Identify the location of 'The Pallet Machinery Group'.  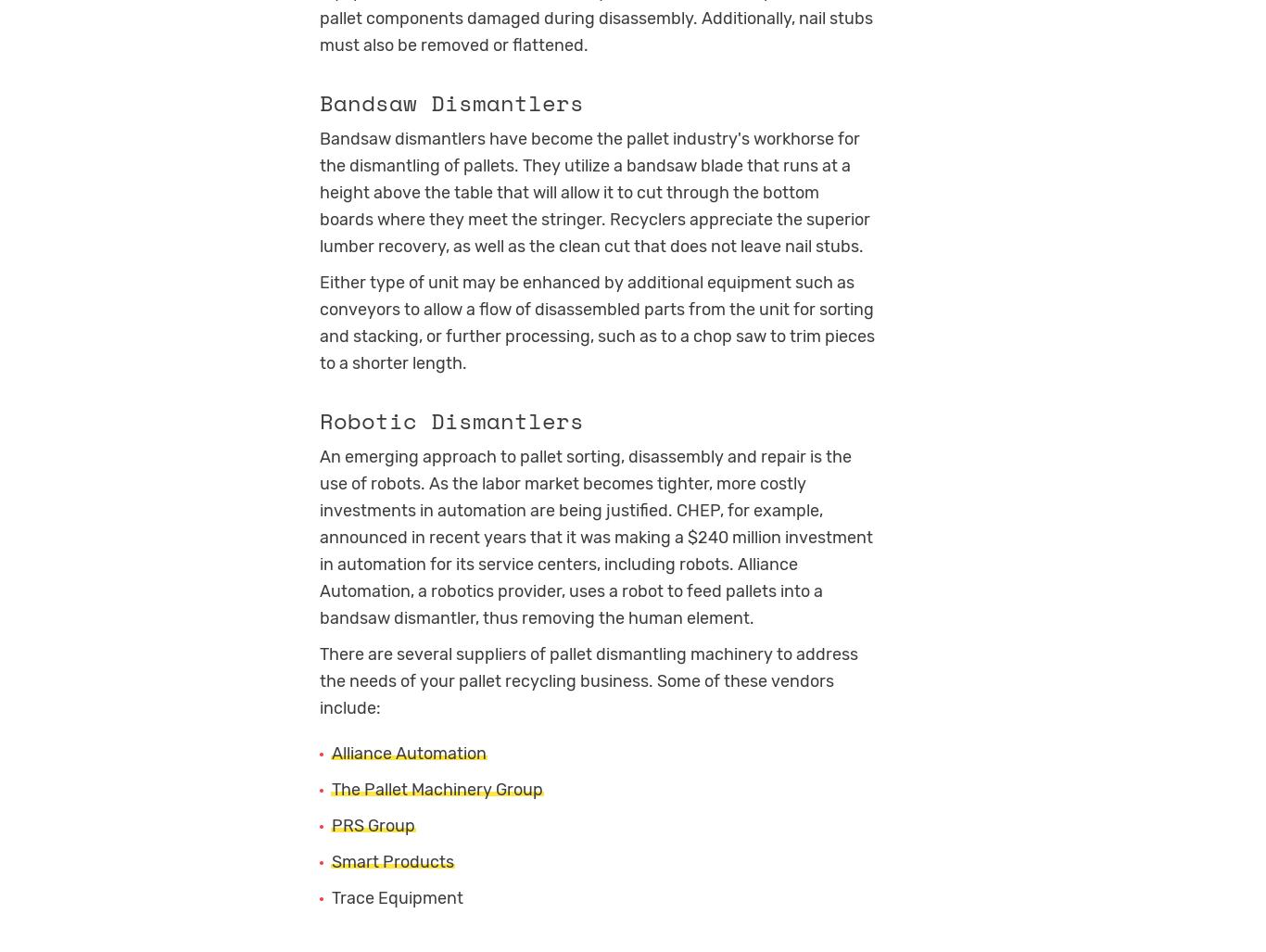
(436, 788).